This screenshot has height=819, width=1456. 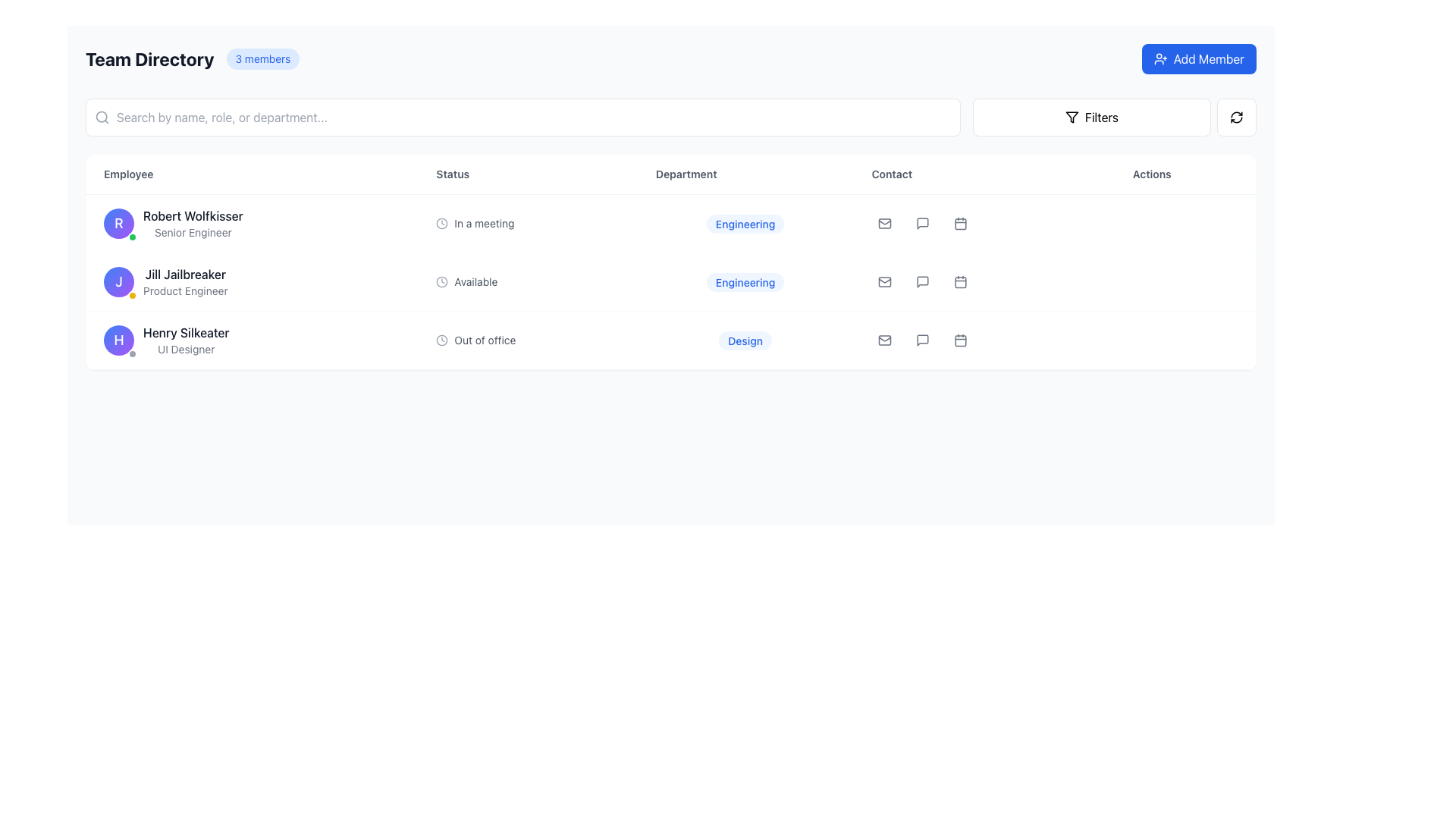 I want to click on the Ellipsis button in the 'Actions' column for user 'Jill Jailbreaker', so click(x=1185, y=281).